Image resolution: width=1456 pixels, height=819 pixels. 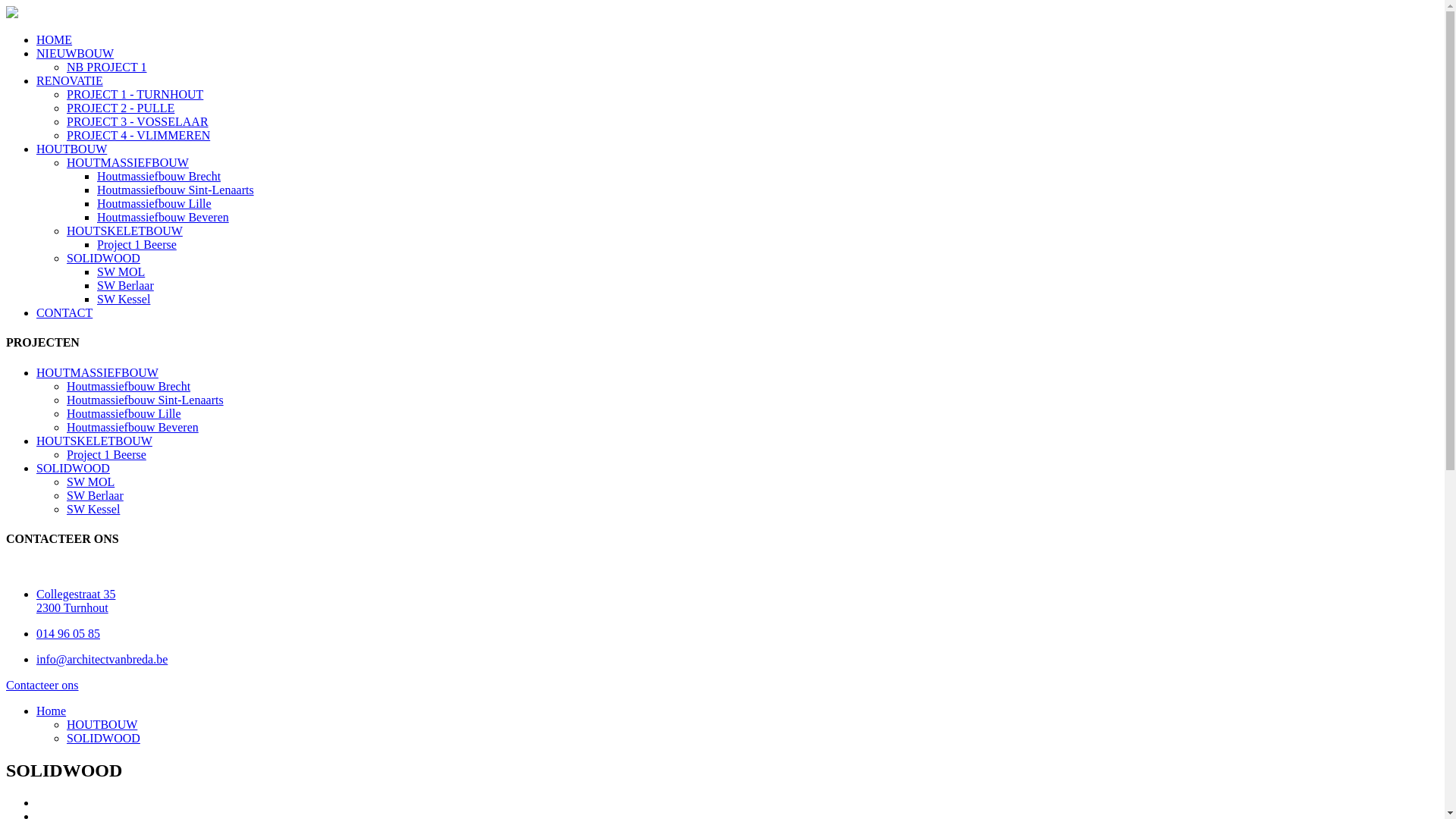 I want to click on 'NIEUWBOUW', so click(x=74, y=52).